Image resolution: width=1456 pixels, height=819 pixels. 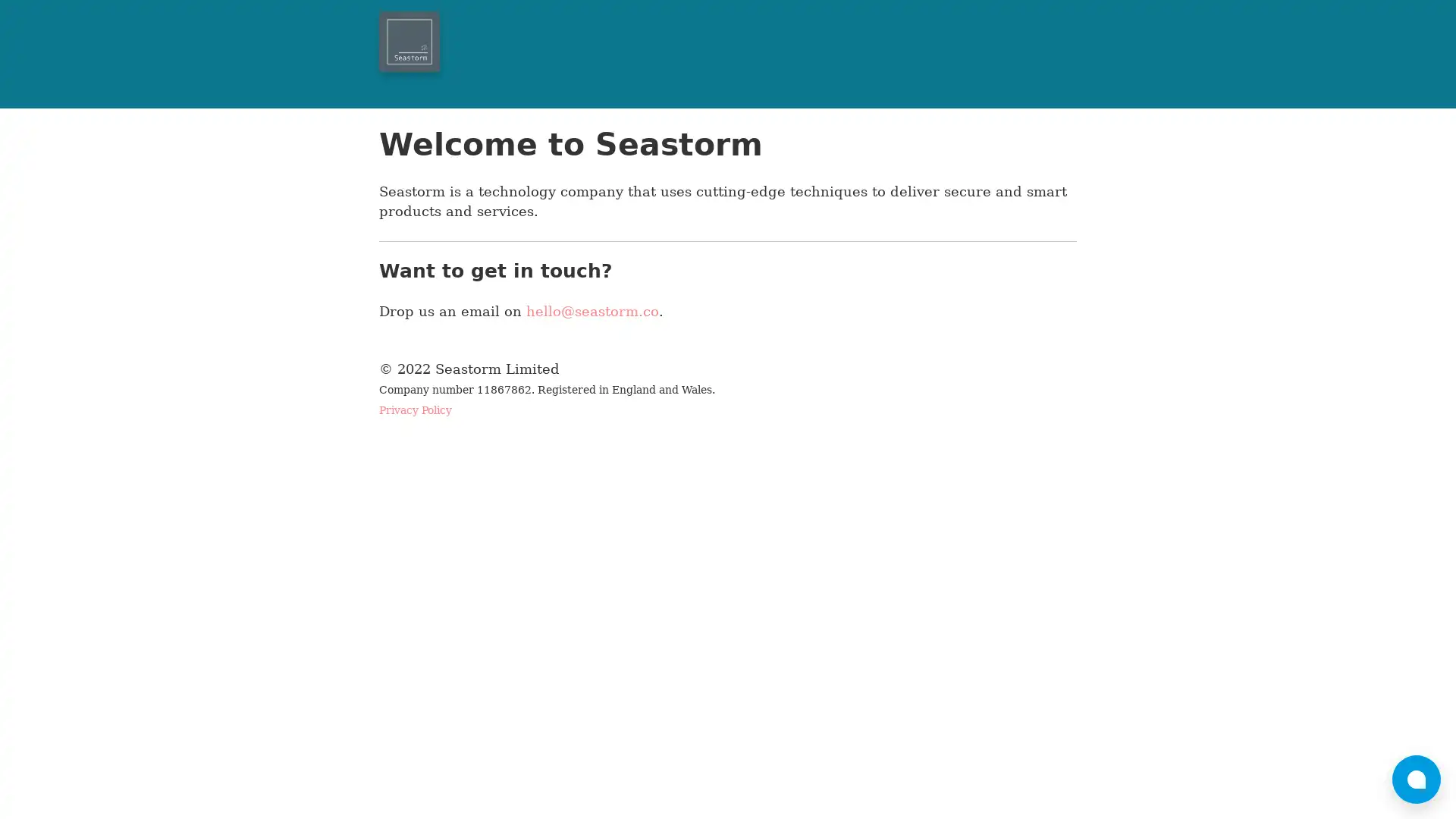 What do you see at coordinates (1415, 780) in the screenshot?
I see `bubble-icon` at bounding box center [1415, 780].